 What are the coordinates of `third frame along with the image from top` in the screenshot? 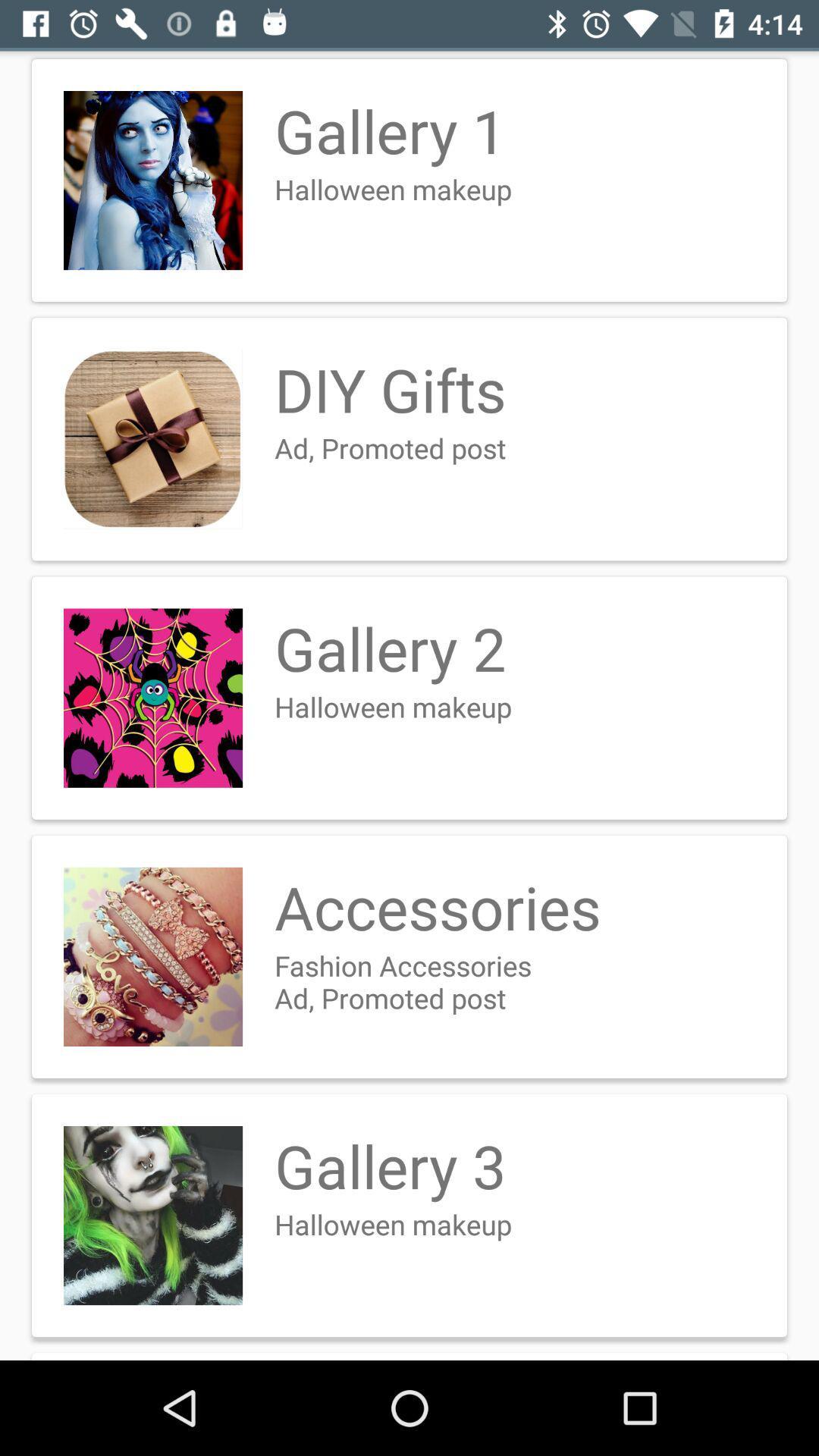 It's located at (409, 698).